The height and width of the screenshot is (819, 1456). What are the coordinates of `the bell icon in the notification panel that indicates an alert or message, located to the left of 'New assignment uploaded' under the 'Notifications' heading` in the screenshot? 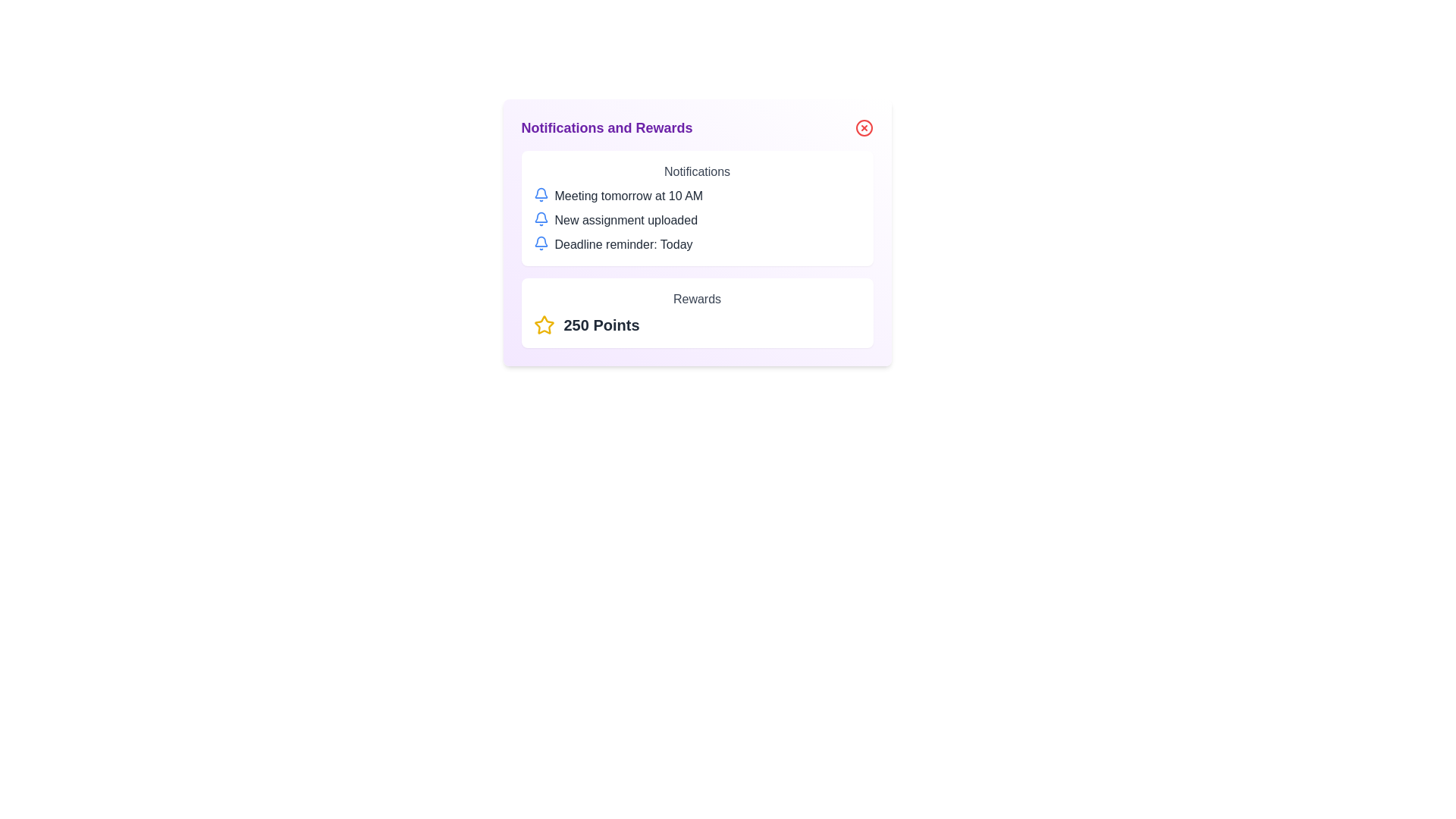 It's located at (541, 219).